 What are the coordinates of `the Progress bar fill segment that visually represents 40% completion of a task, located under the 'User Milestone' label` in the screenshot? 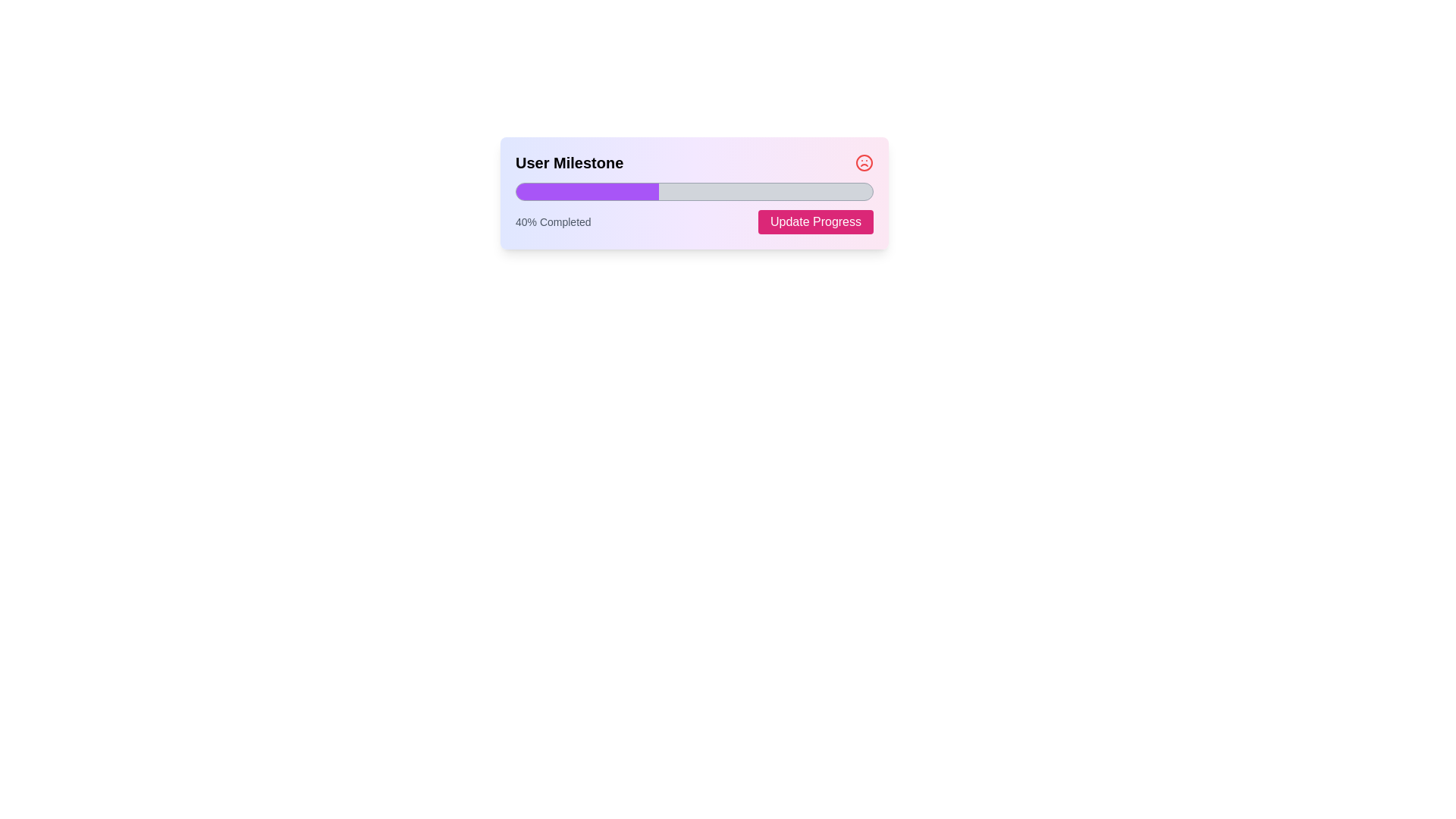 It's located at (586, 191).